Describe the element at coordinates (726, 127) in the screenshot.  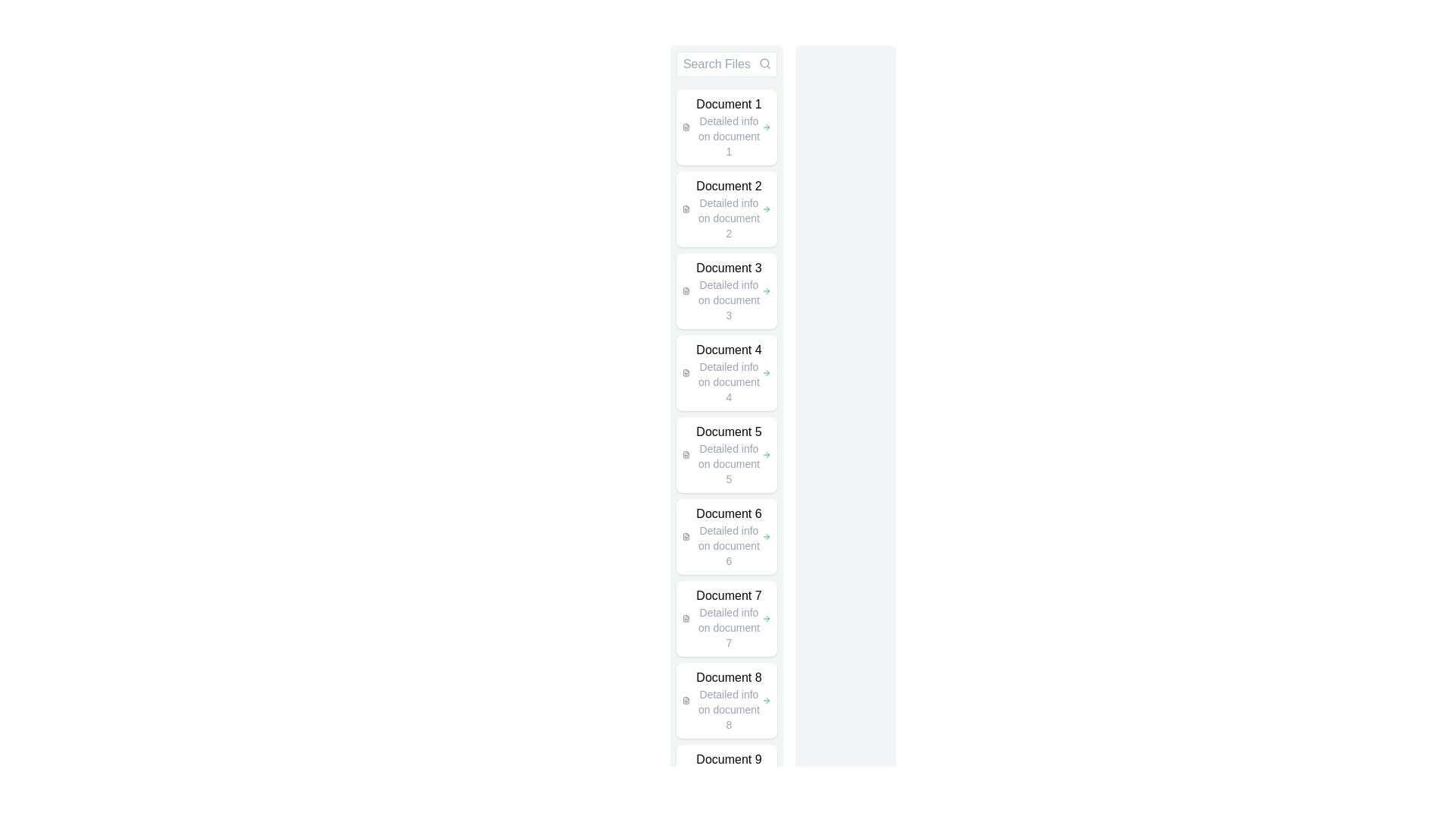
I see `document description for the first entry in the 'Search Files' list item representing 'Document 1'` at that location.